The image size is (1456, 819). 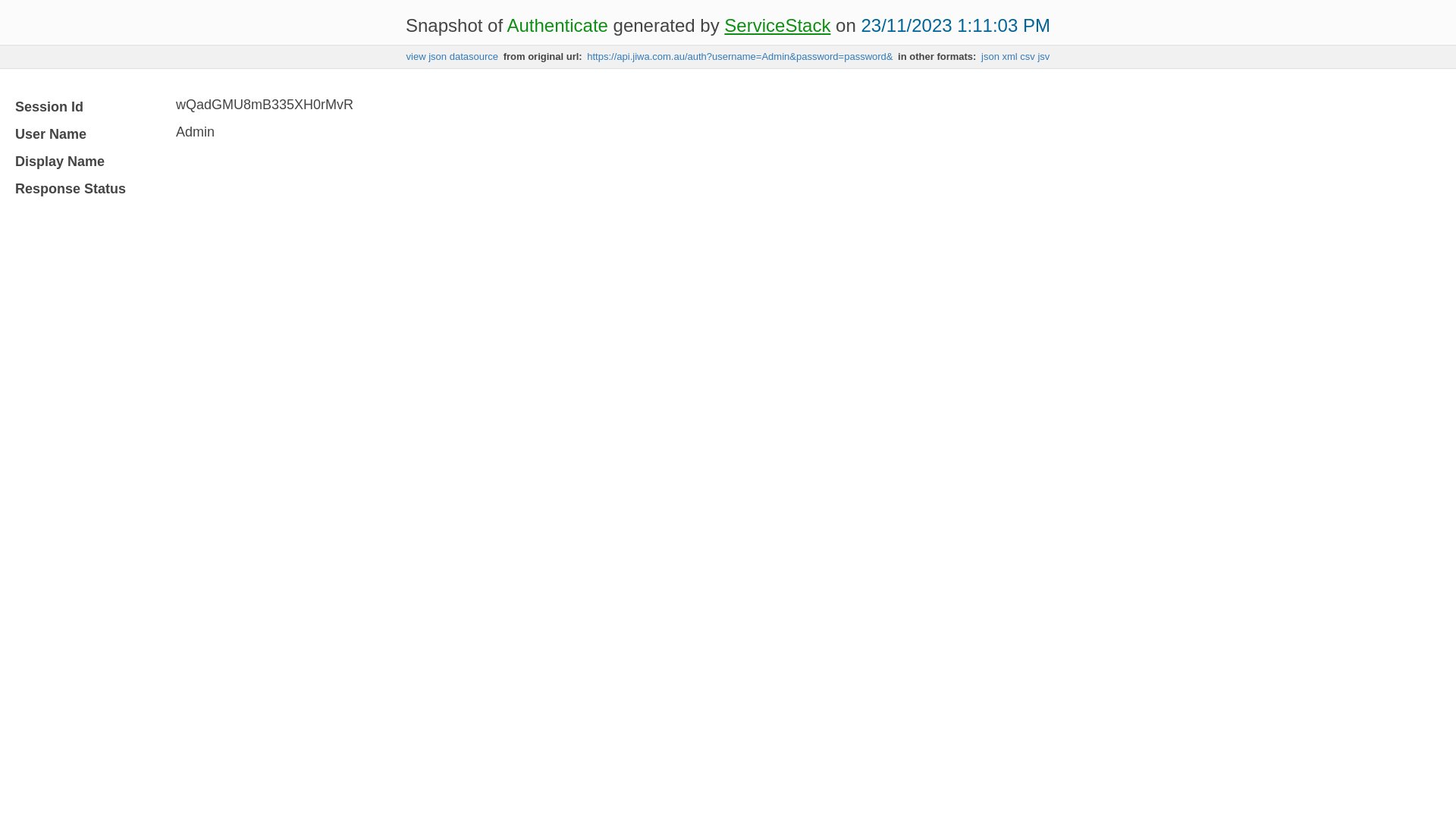 What do you see at coordinates (1043, 55) in the screenshot?
I see `'jsv'` at bounding box center [1043, 55].